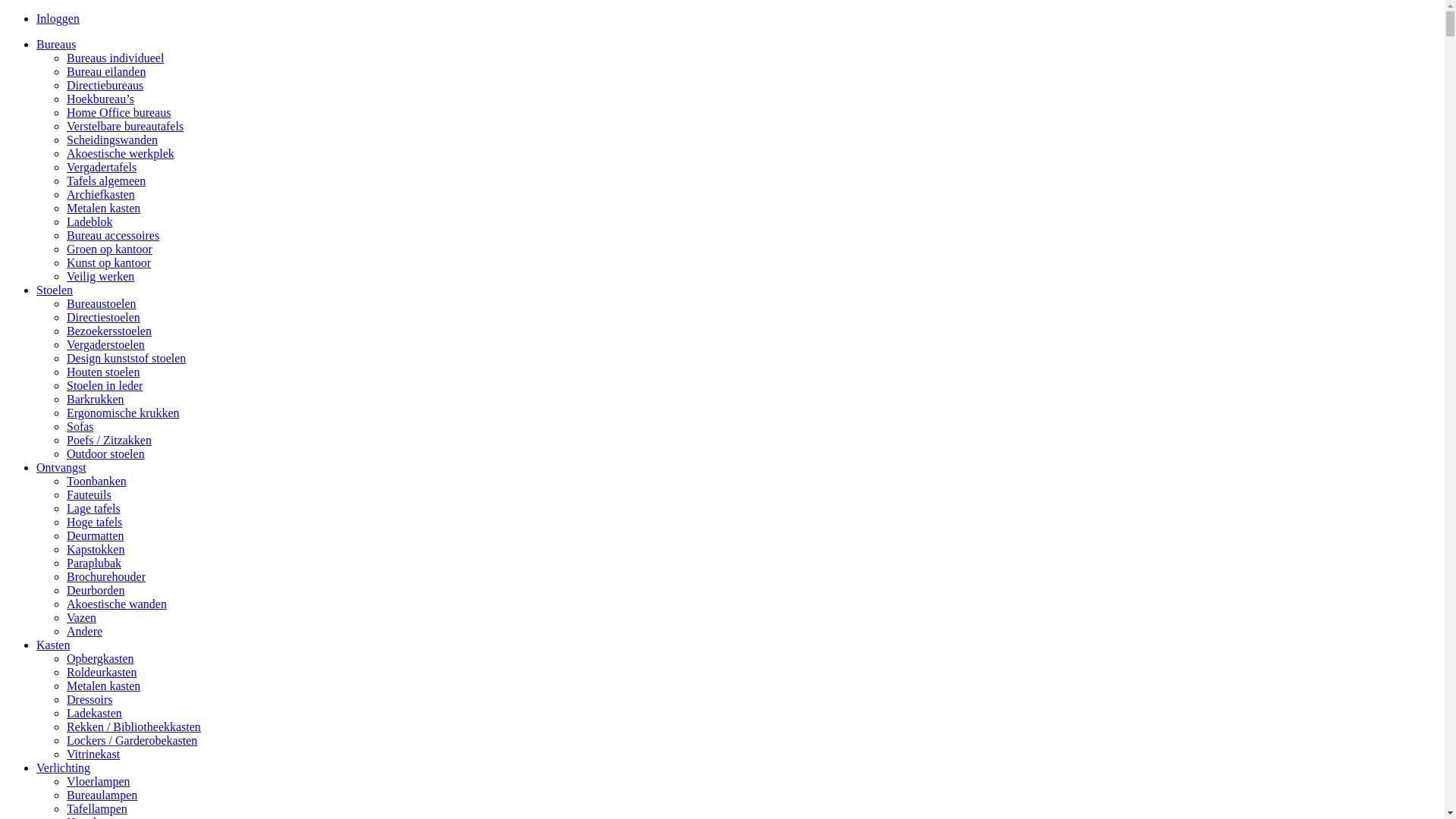 This screenshot has height=819, width=1456. What do you see at coordinates (79, 426) in the screenshot?
I see `'Sofas'` at bounding box center [79, 426].